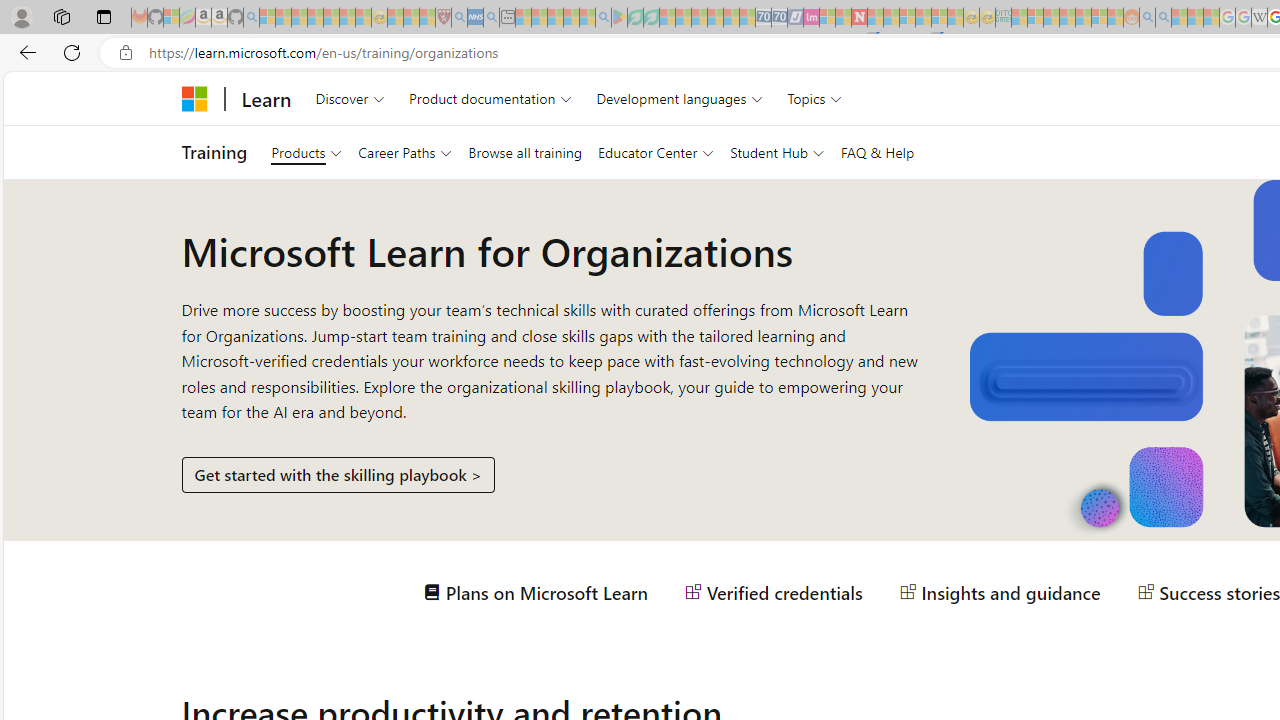 This screenshot has width=1280, height=720. What do you see at coordinates (859, 17) in the screenshot?
I see `'Latest Politics News & Archive | Newsweek.com - Sleeping'` at bounding box center [859, 17].